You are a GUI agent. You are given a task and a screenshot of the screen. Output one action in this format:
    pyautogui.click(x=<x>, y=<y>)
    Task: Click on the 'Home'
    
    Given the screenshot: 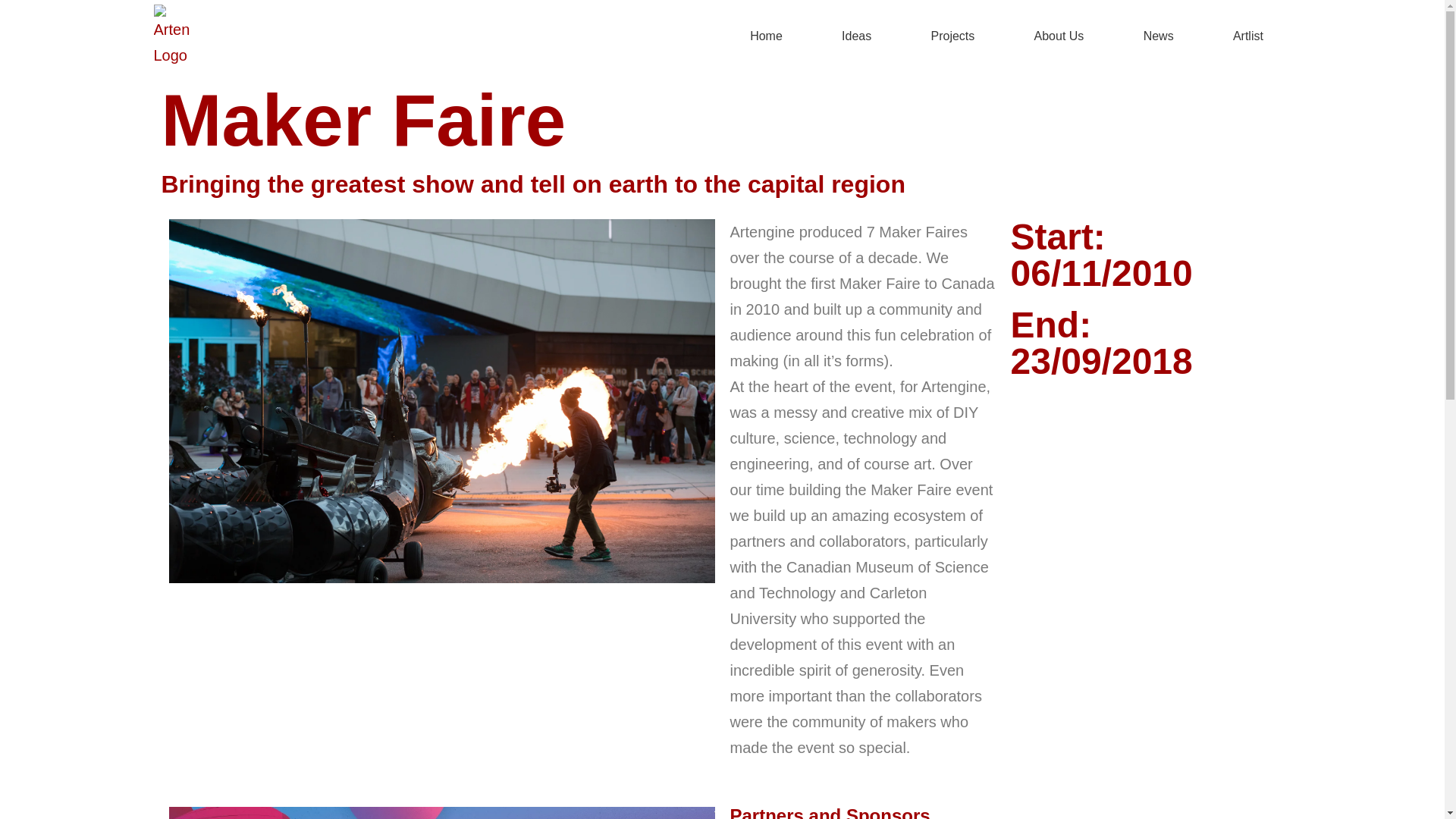 What is the action you would take?
    pyautogui.click(x=720, y=35)
    